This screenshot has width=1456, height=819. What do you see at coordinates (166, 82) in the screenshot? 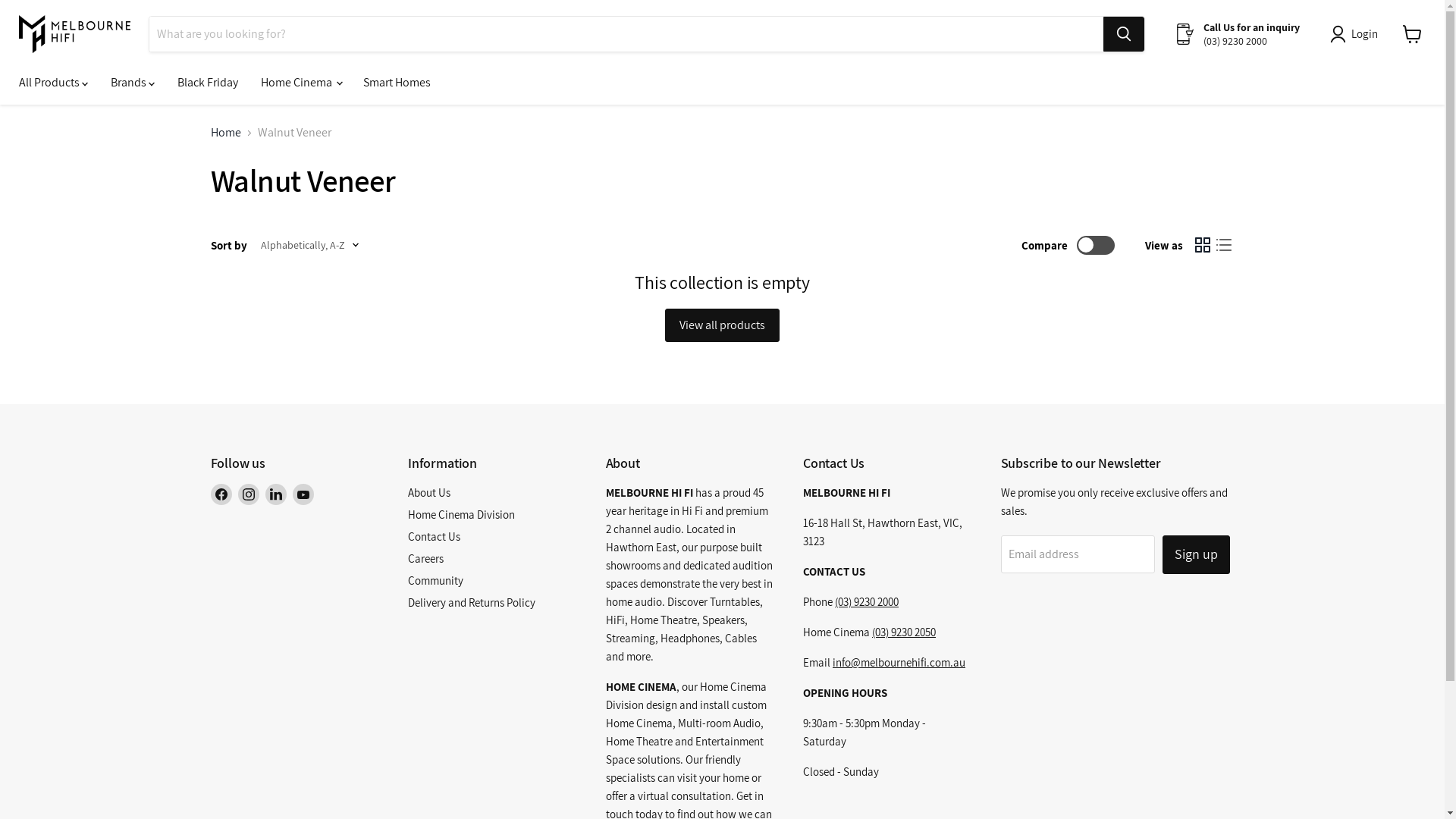
I see `'Black Friday'` at bounding box center [166, 82].